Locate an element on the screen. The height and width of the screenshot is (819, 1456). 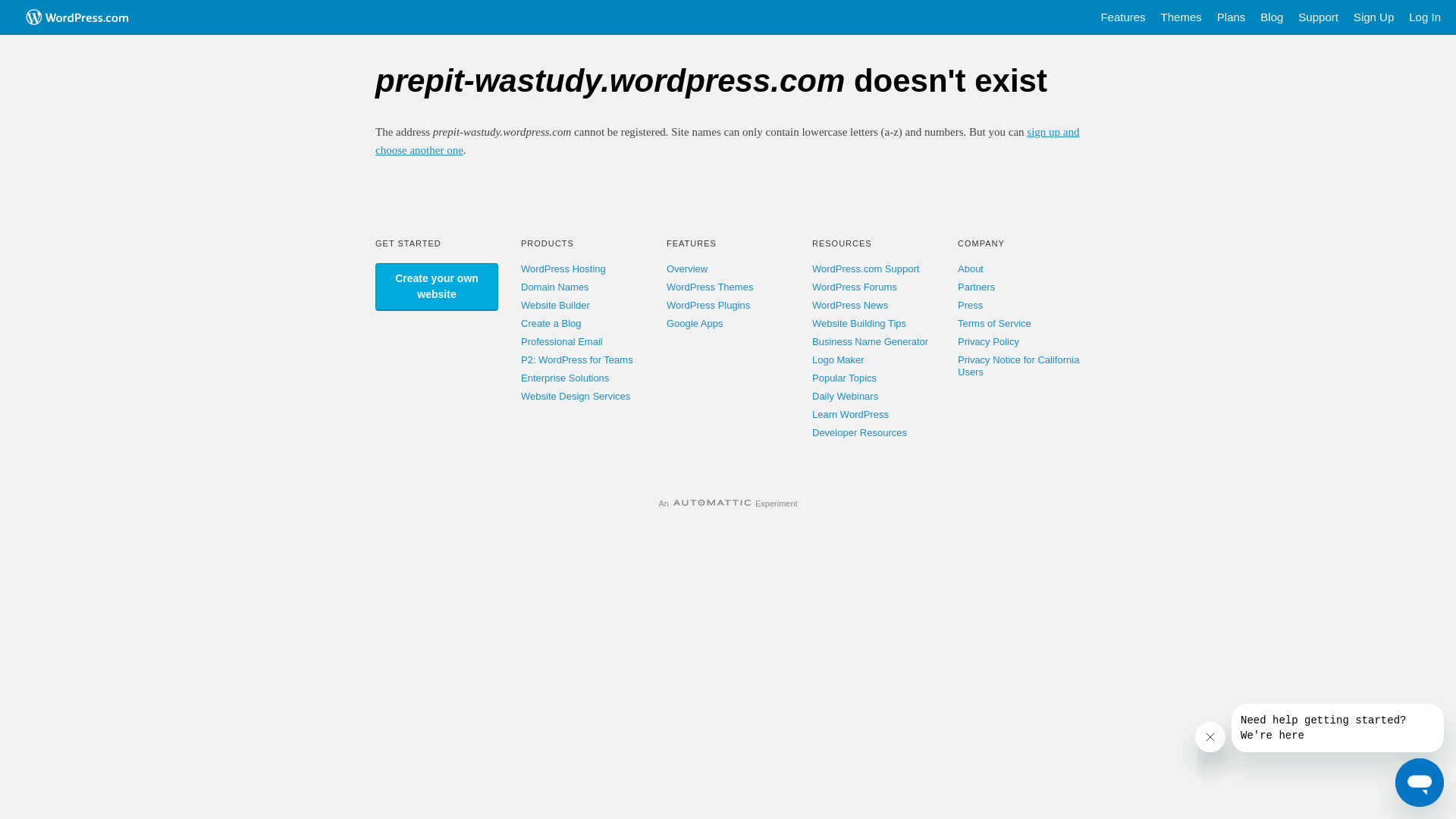
'WordPress News' is located at coordinates (850, 305).